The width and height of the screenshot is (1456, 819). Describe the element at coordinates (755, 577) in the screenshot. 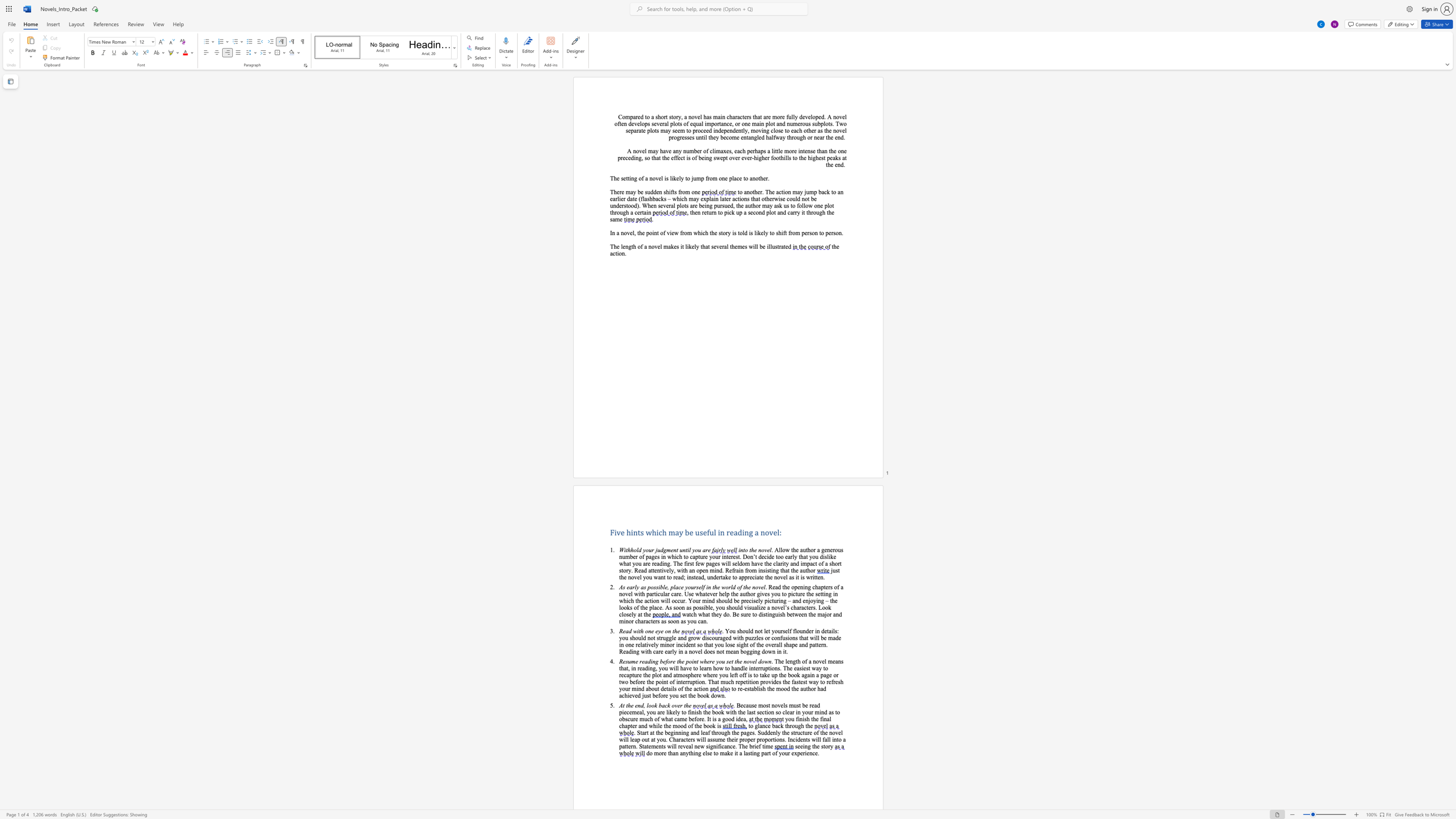

I see `the subset text "iate the nove" within the text "just the novel you want to read; instead, undertake to appreciate the novel as it is written."` at that location.